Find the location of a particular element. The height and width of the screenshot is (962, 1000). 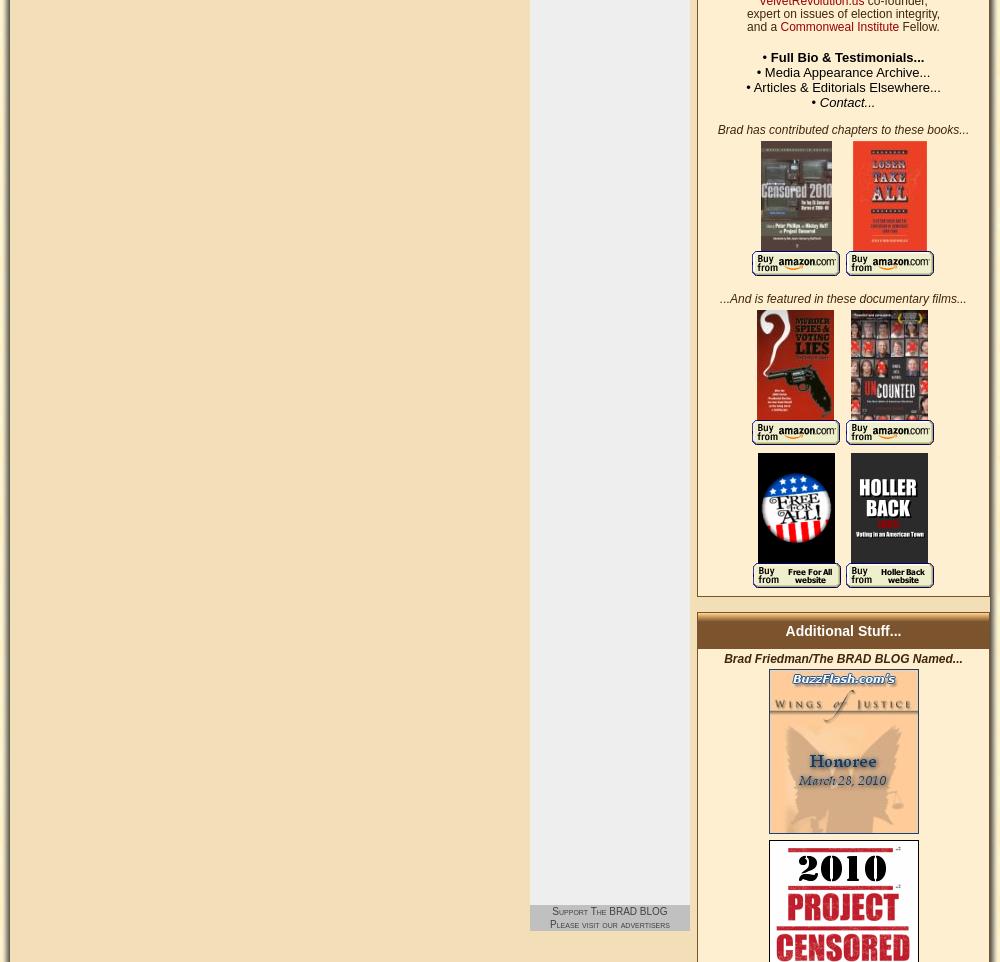

'Support The BRAD BLOG' is located at coordinates (608, 909).